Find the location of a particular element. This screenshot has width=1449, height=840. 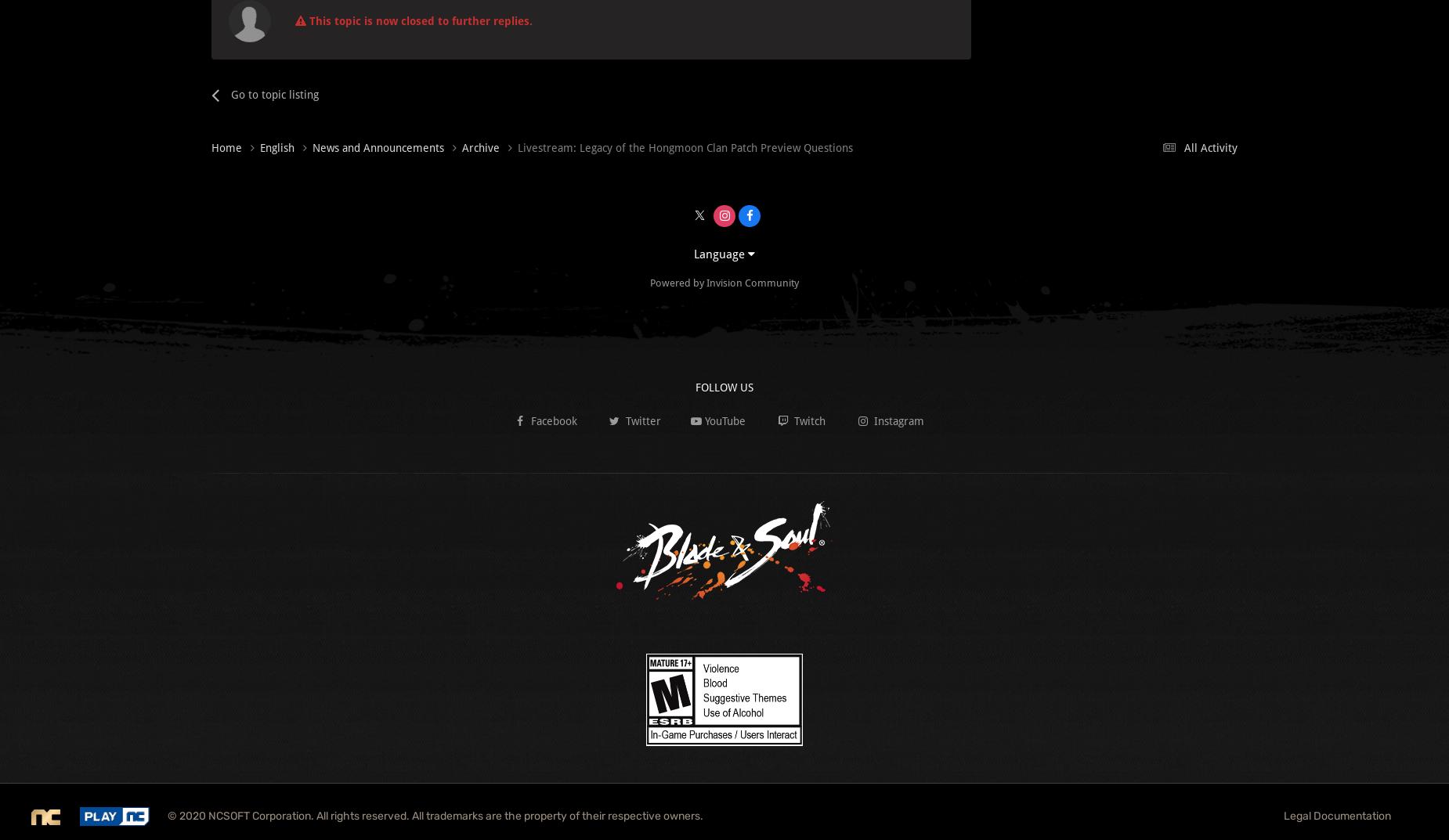

'Facebook' is located at coordinates (551, 420).